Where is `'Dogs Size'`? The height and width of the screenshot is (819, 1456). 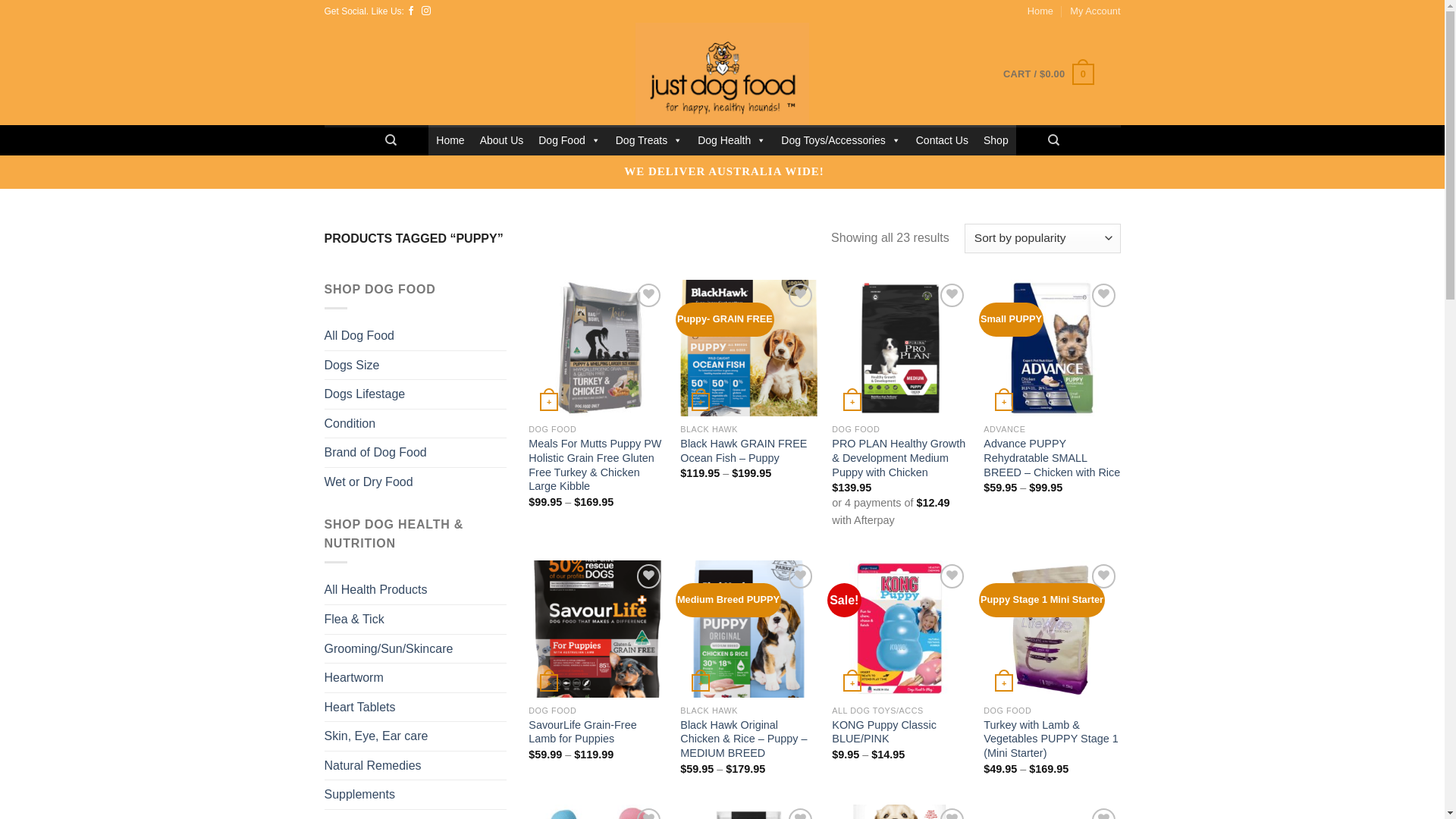
'Dogs Size' is located at coordinates (351, 366).